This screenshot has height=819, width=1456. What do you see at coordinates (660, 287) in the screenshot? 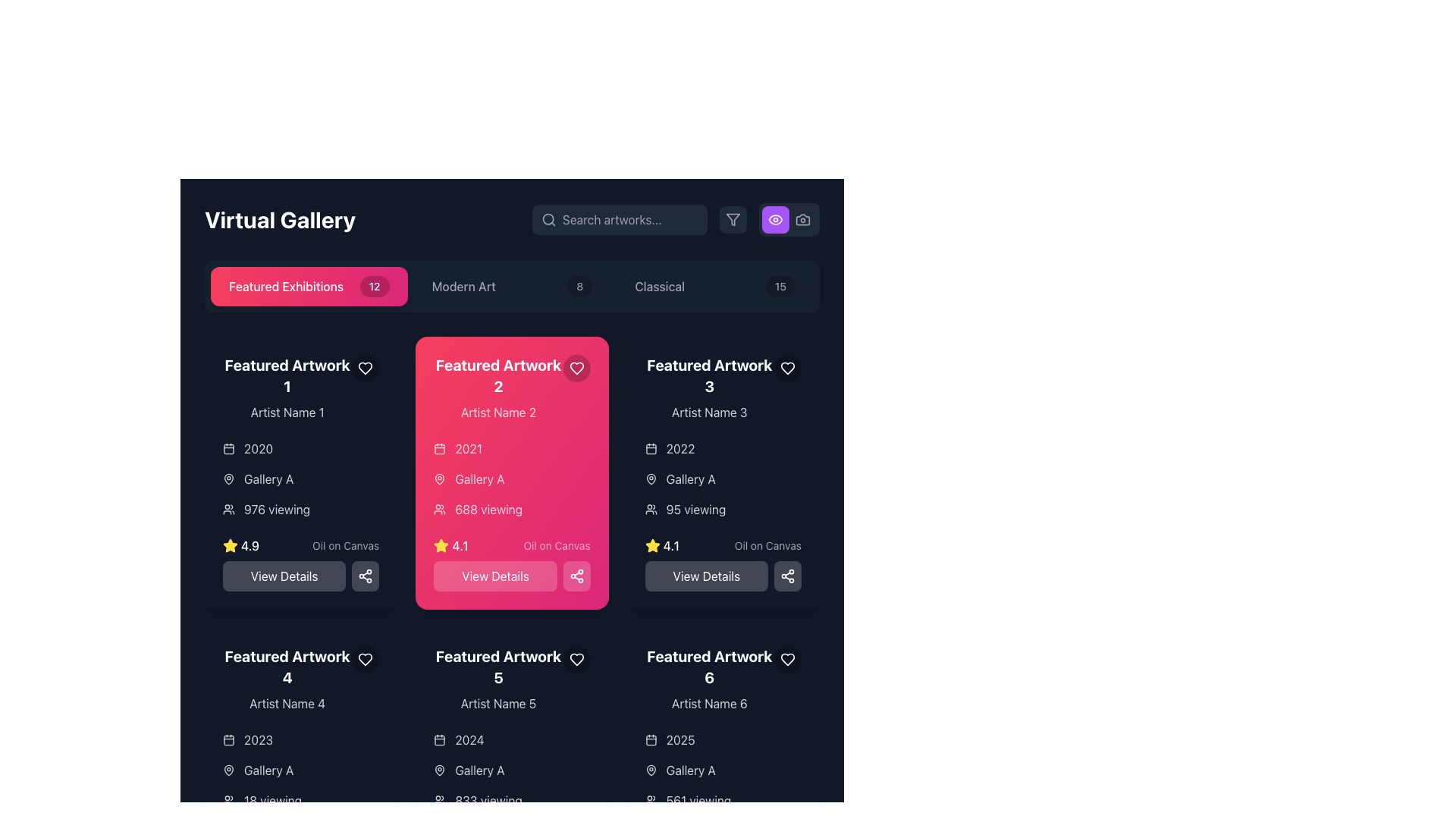
I see `the text label displaying 'Classical'` at bounding box center [660, 287].